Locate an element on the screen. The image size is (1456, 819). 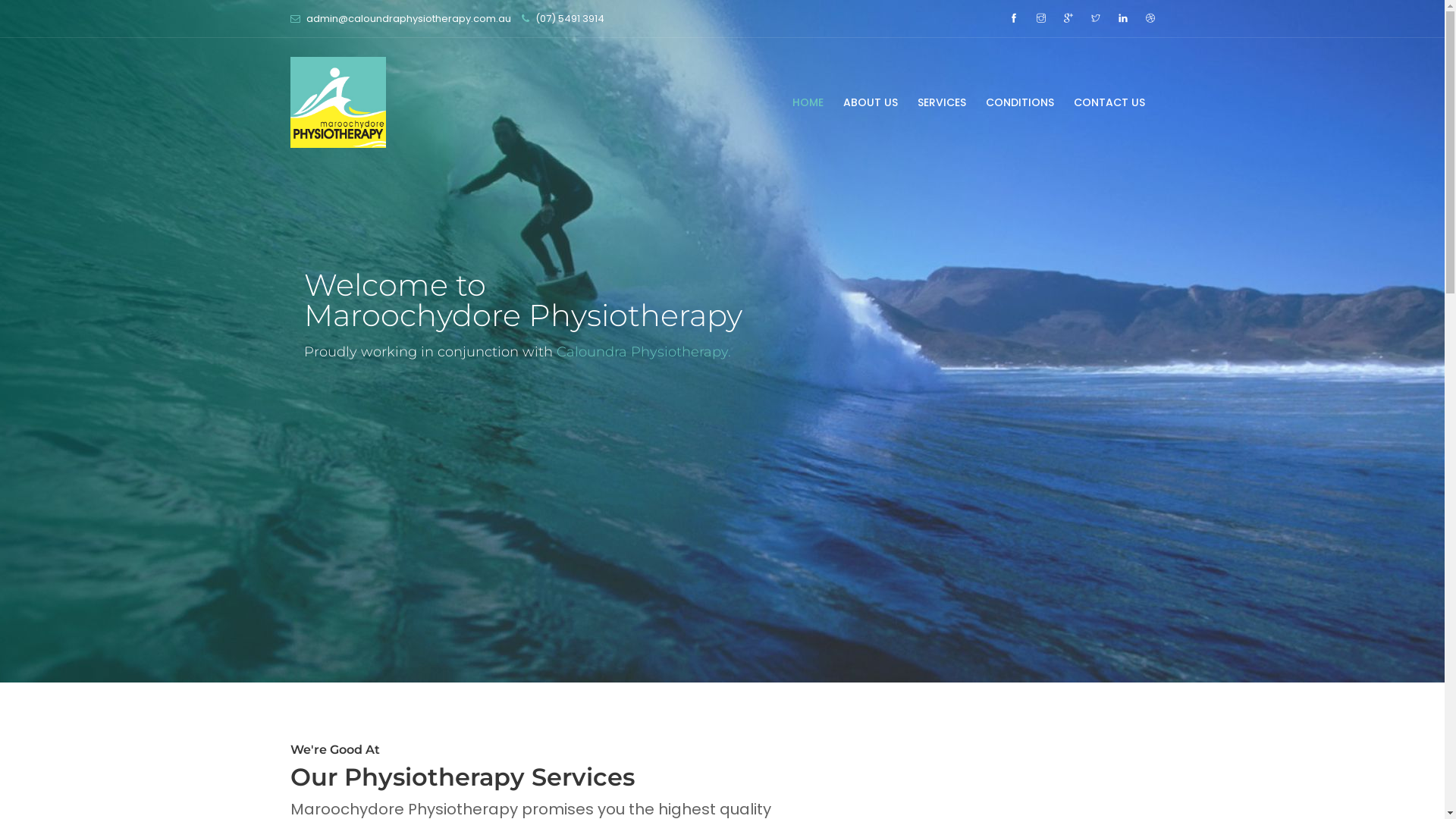
'HOME' is located at coordinates (807, 102).